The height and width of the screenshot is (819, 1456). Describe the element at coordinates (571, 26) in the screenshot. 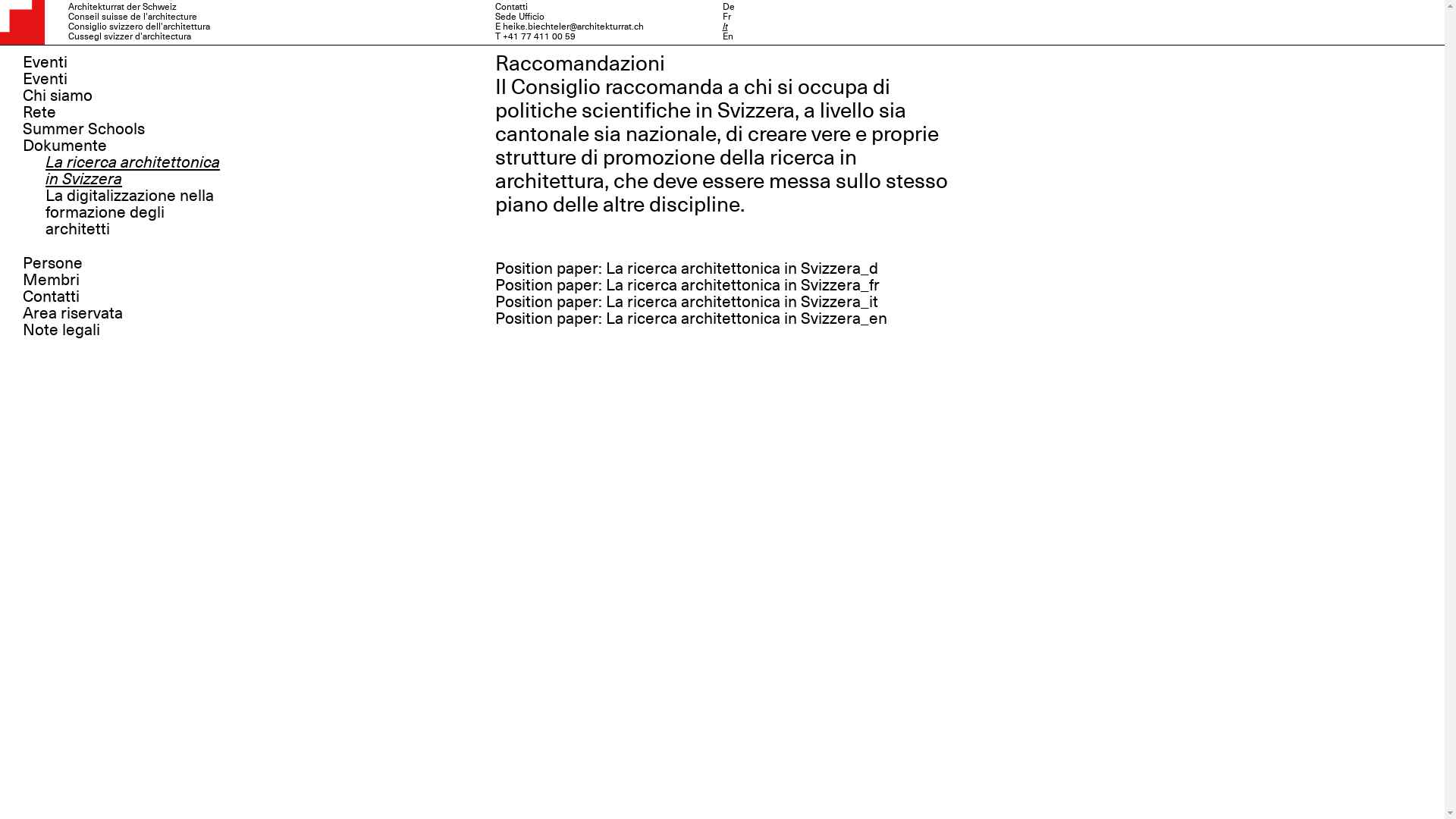

I see `'heike.biechteler@architekturrat.ch'` at that location.